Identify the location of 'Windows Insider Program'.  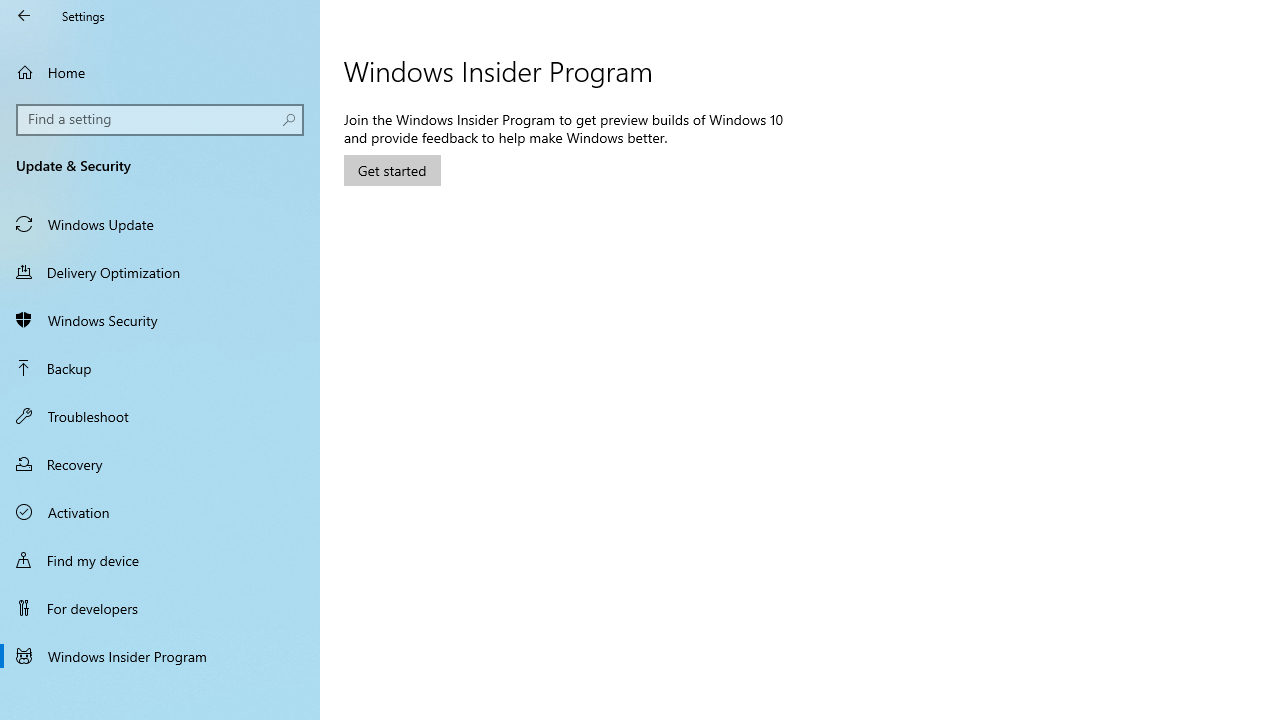
(160, 655).